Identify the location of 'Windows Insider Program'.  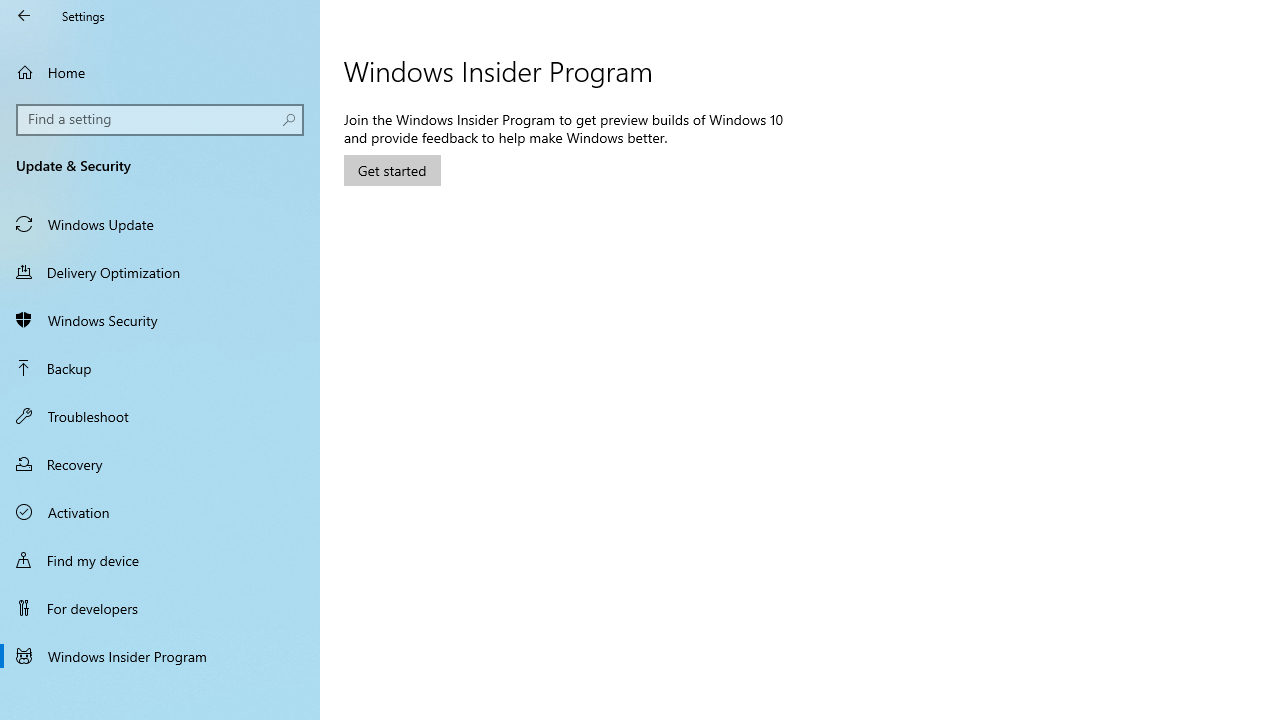
(160, 655).